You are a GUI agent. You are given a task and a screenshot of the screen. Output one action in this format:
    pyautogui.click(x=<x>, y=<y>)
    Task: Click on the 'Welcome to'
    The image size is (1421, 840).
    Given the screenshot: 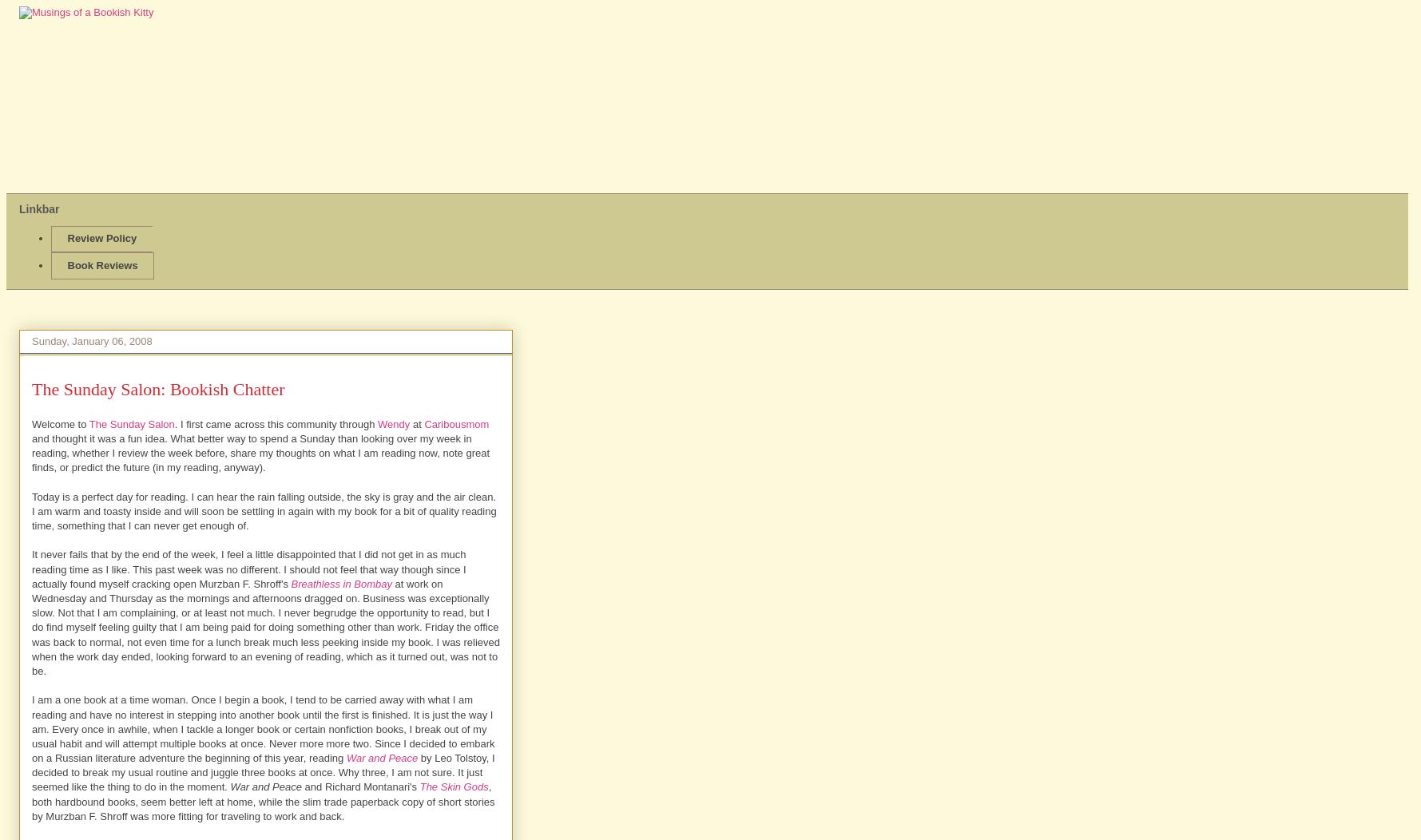 What is the action you would take?
    pyautogui.click(x=59, y=423)
    